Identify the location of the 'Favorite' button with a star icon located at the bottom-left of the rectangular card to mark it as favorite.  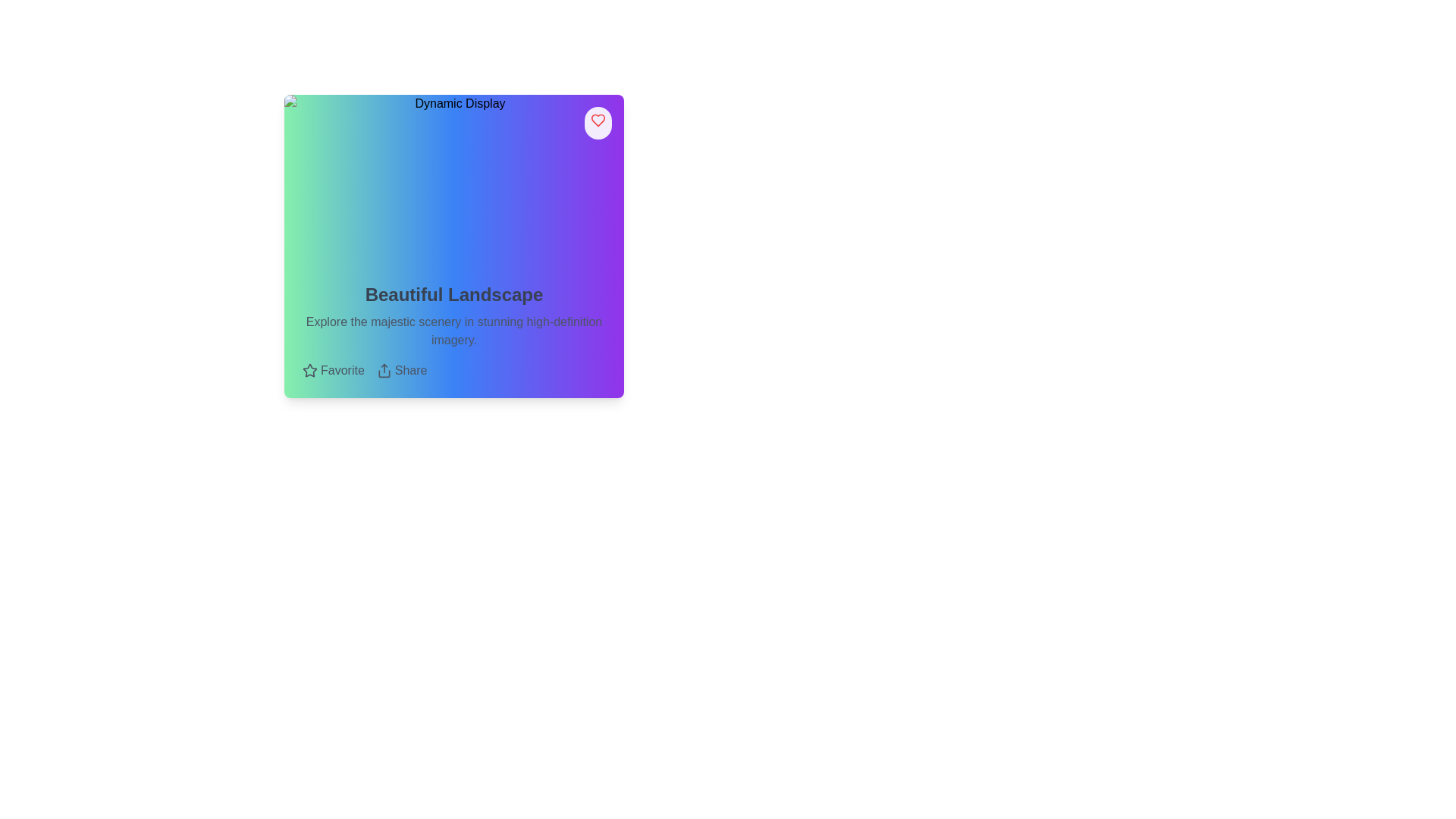
(332, 371).